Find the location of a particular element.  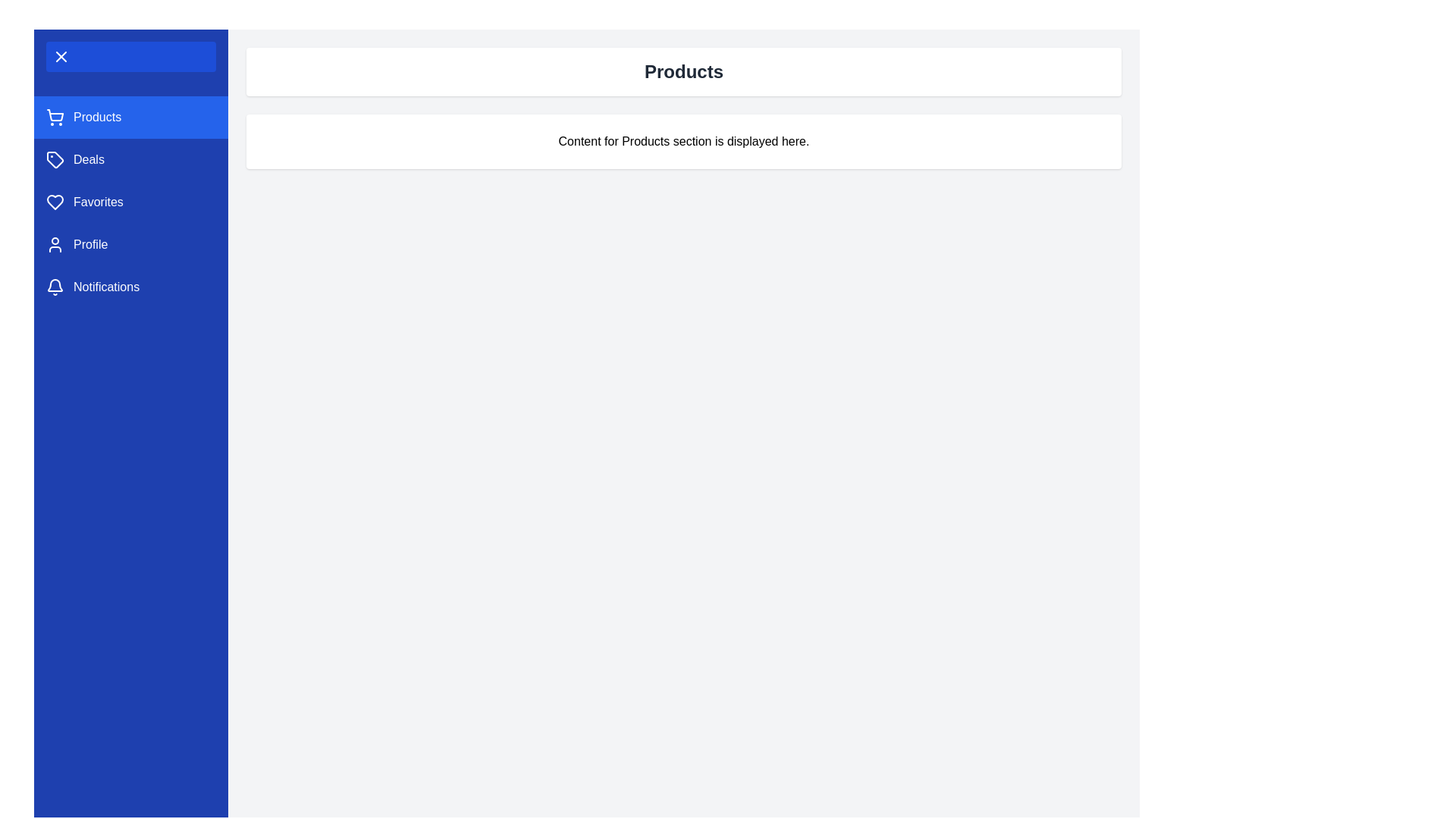

text content of the 'Products' label located to the right of the shopping cart icon in the vertical menu on the left side of the interface is located at coordinates (96, 116).